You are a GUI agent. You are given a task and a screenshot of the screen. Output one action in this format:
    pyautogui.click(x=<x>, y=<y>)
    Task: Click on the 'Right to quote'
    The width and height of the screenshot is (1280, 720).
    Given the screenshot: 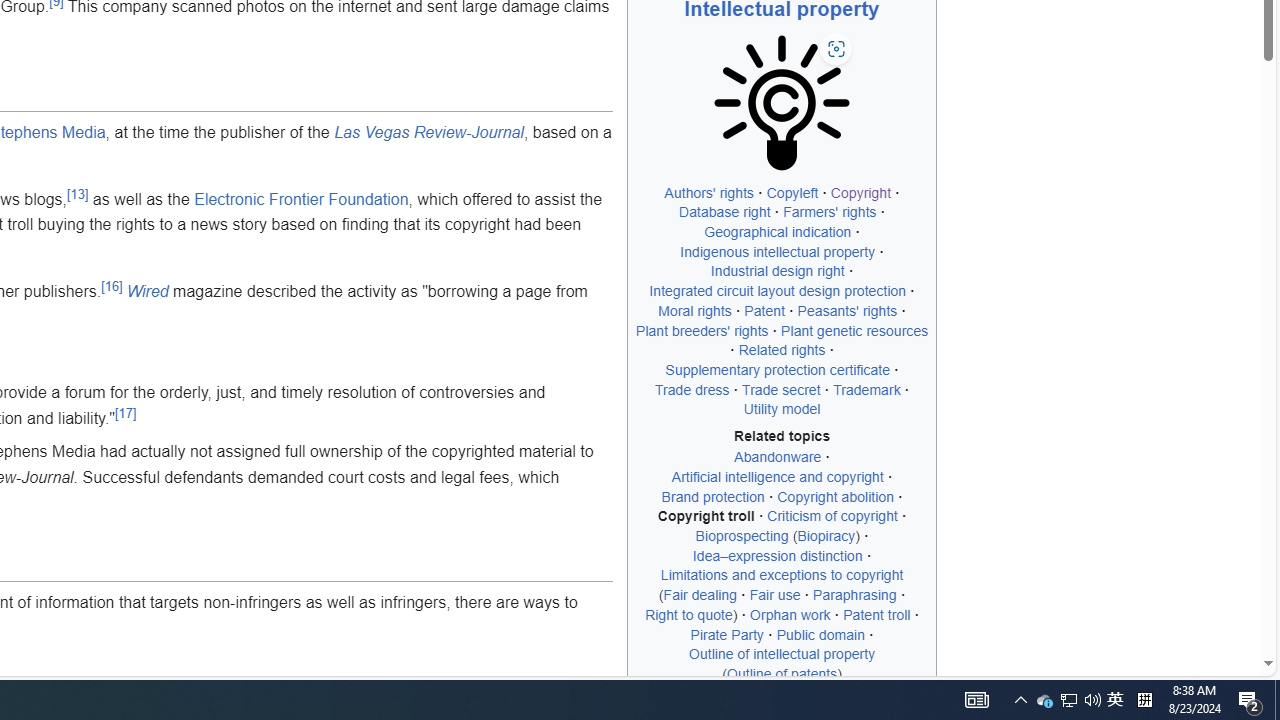 What is the action you would take?
    pyautogui.click(x=689, y=613)
    